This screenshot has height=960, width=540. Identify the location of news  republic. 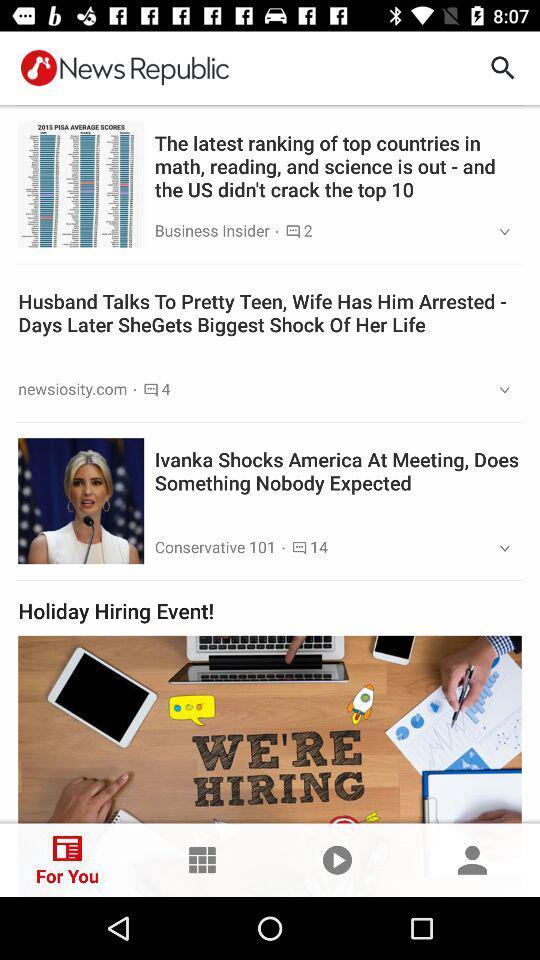
(125, 68).